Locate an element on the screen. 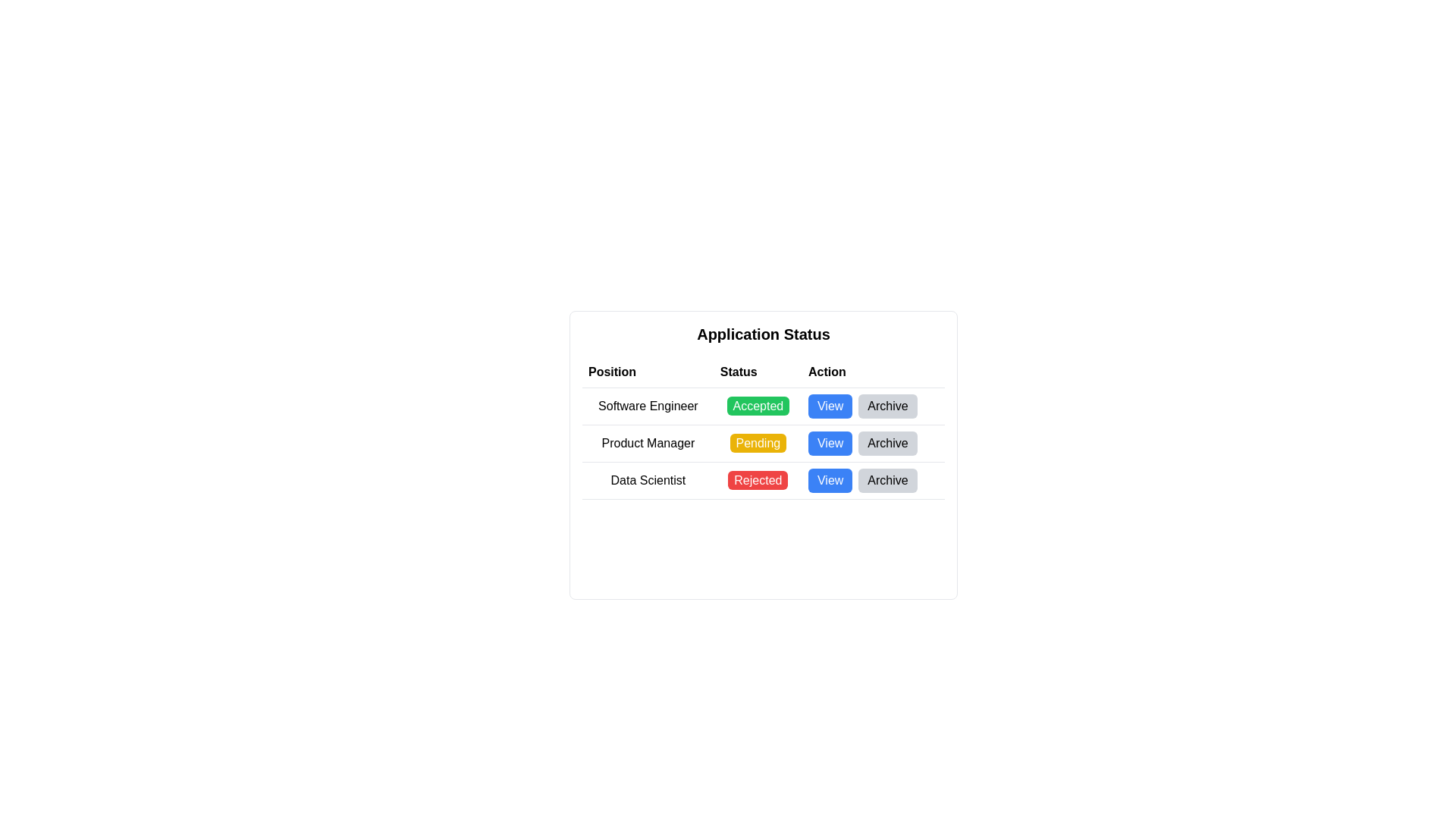 The image size is (1456, 819). the 'View' button located in the 'Action' column of the 'Application Status' table for the 'Product Manager' entry is located at coordinates (829, 444).